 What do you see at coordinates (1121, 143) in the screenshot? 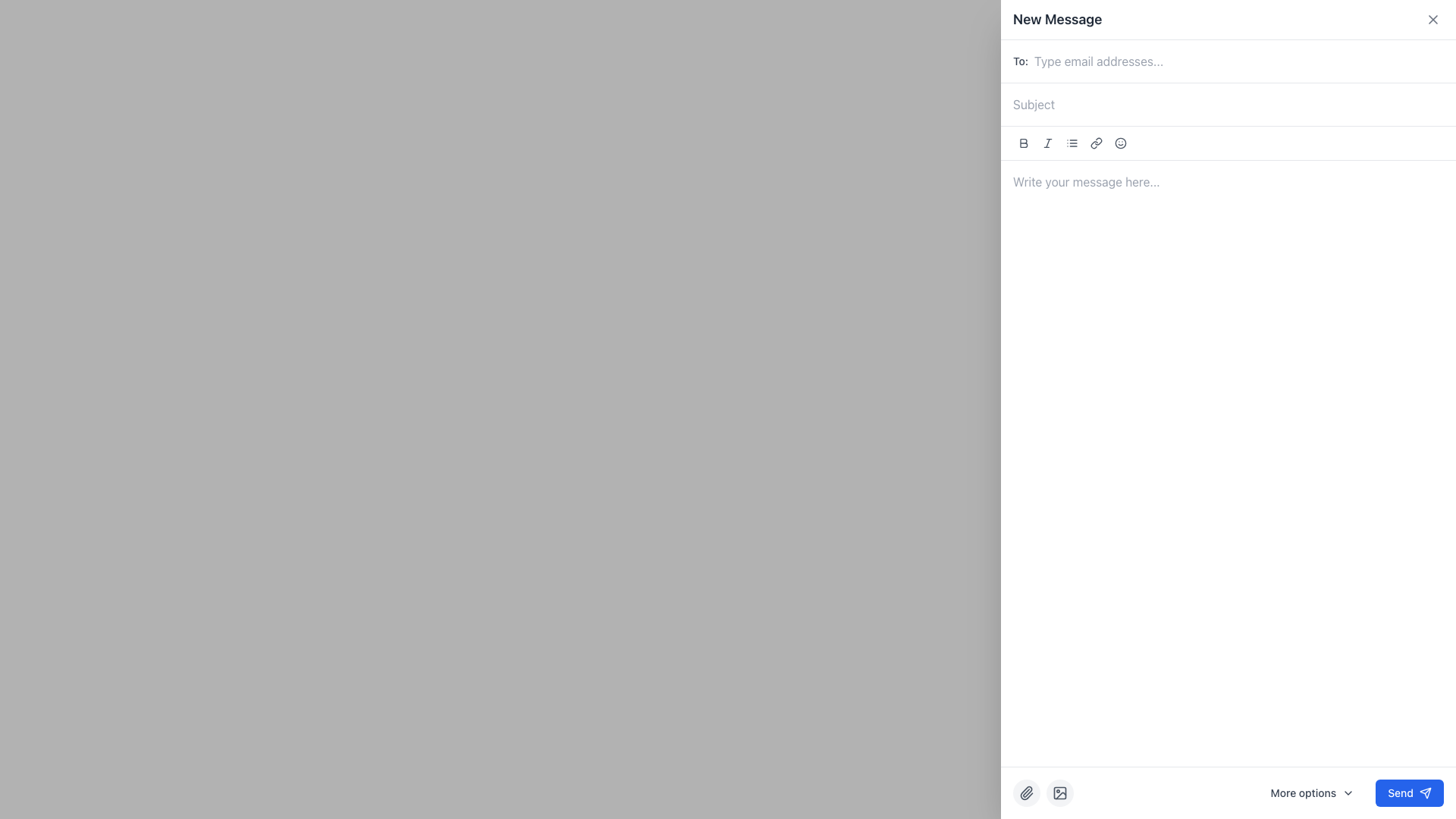
I see `the emoji picker button located on the right side of the toolbar` at bounding box center [1121, 143].